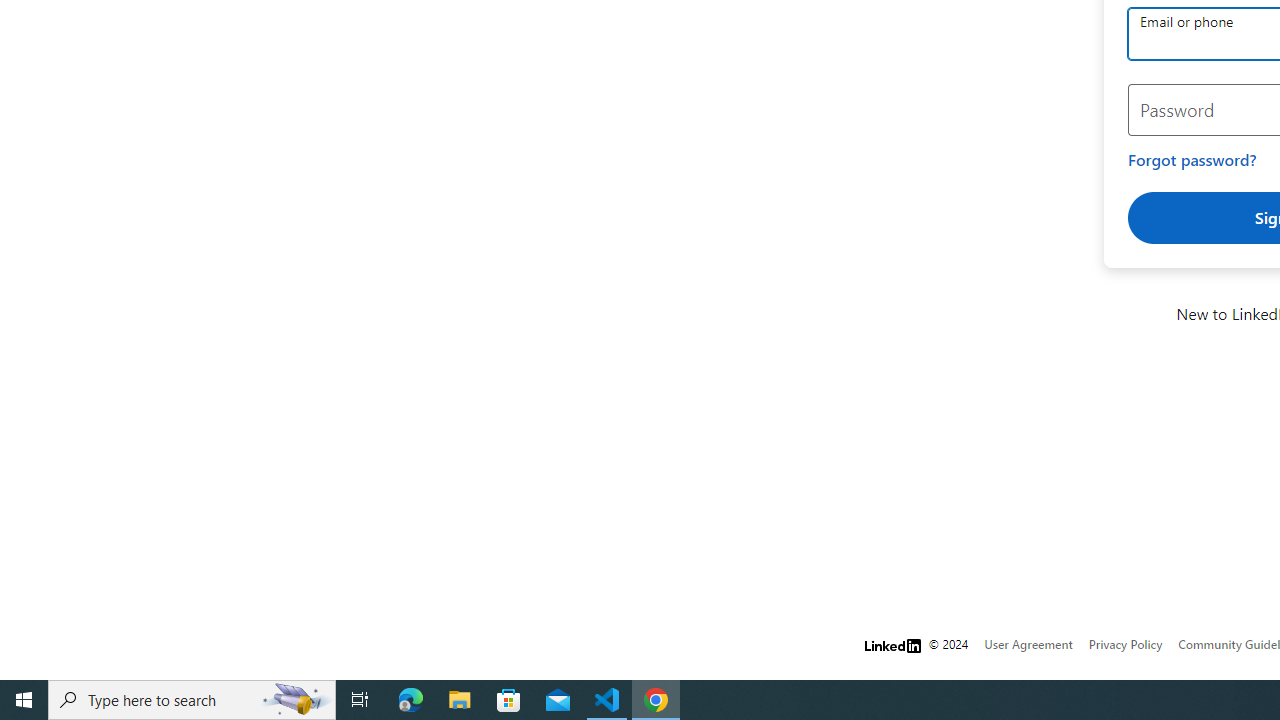 The height and width of the screenshot is (720, 1280). I want to click on 'User Agreement', so click(1028, 644).